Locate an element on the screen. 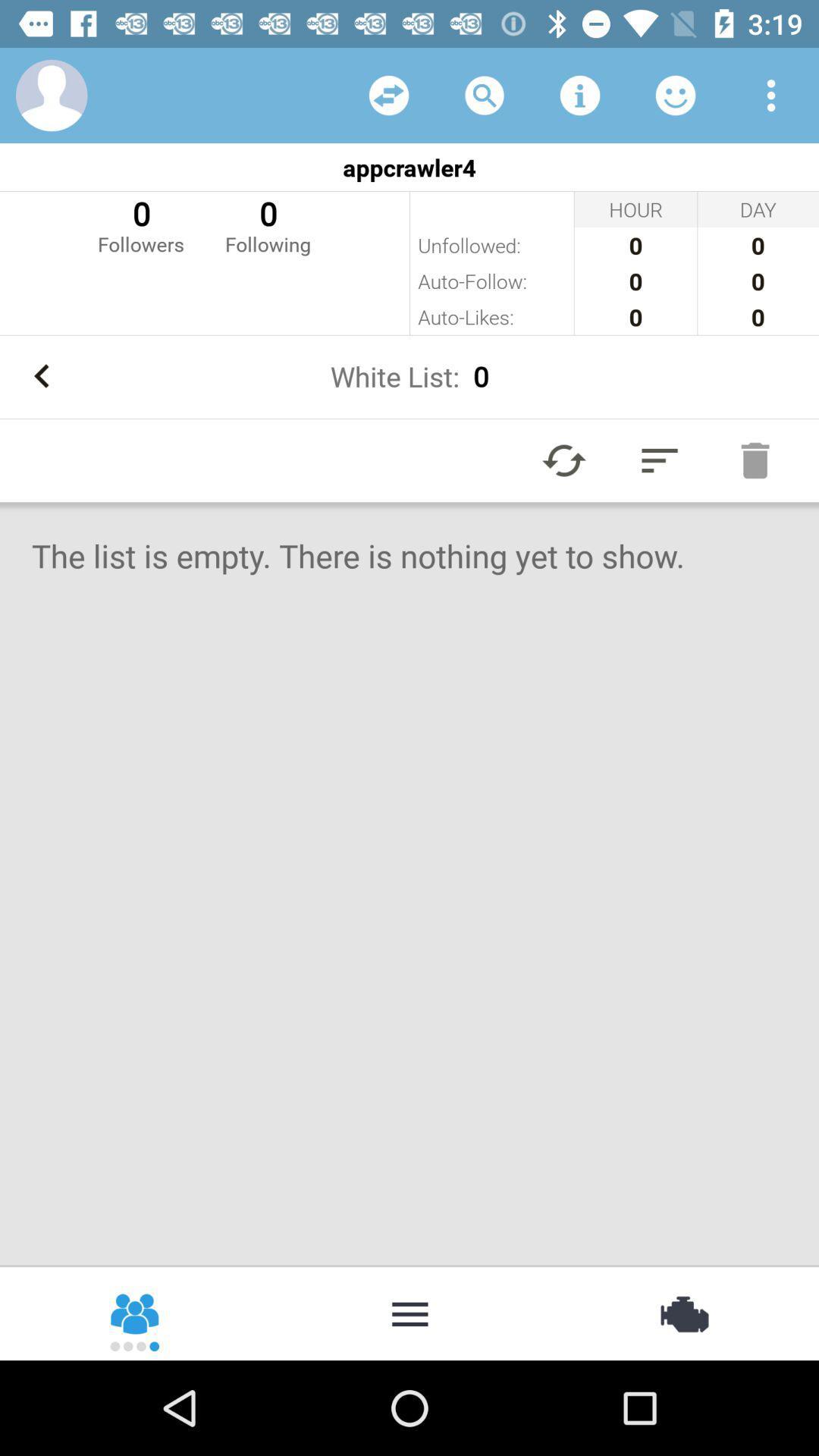 The image size is (819, 1456). the icon below white list:  0 is located at coordinates (564, 460).